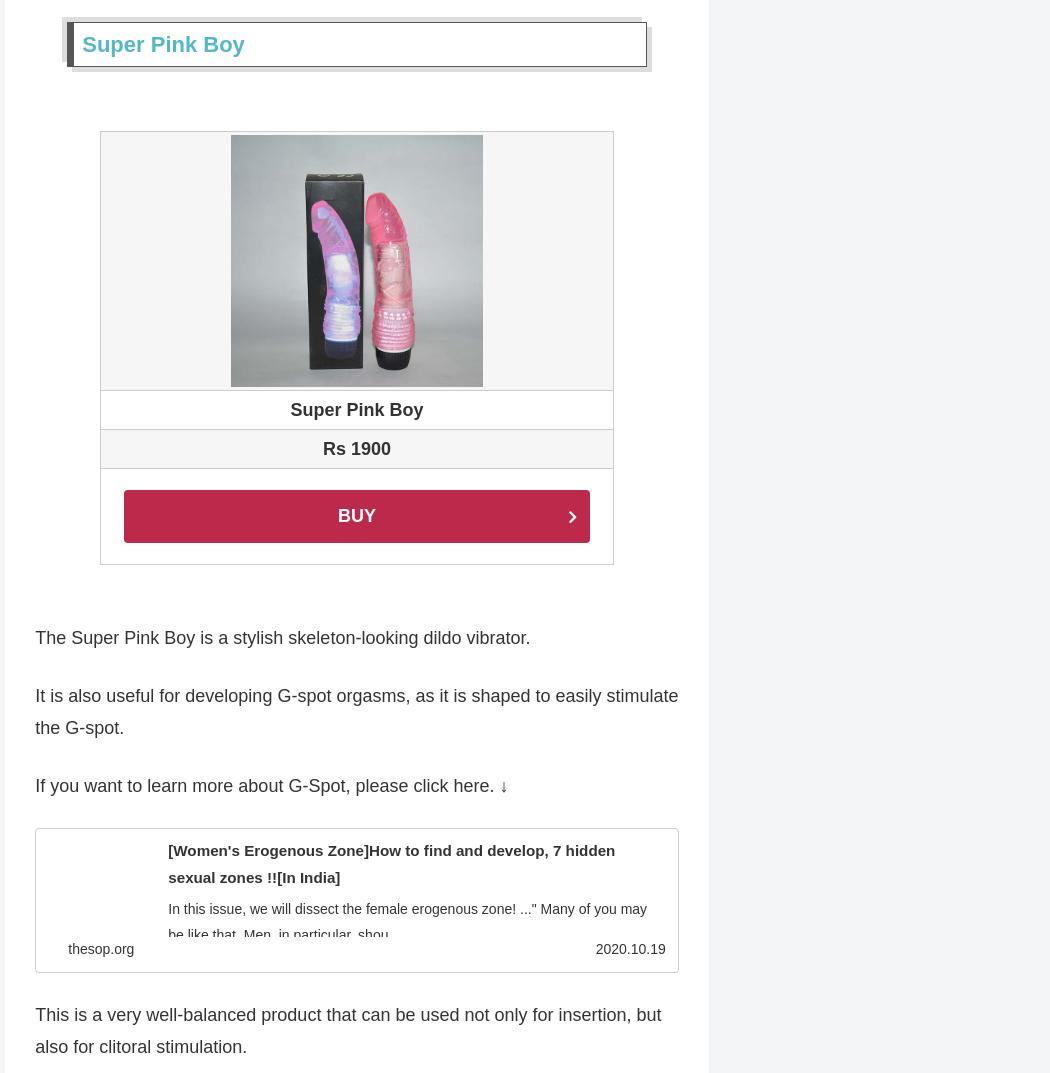 The width and height of the screenshot is (1050, 1073). I want to click on 'If you want to learn more about G-Spot, please click here. ↓', so click(270, 788).